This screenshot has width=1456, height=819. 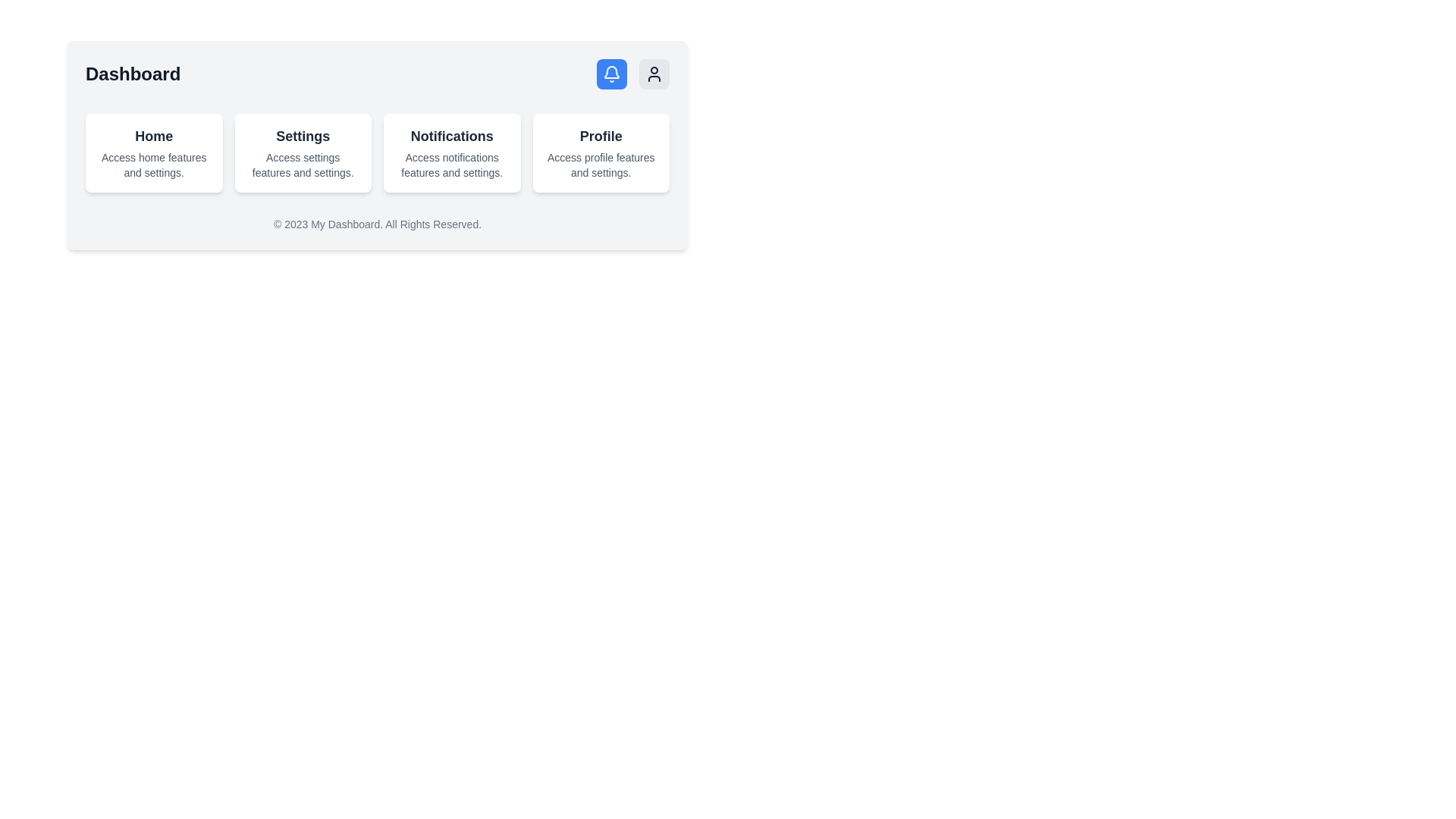 I want to click on the informational card located in the top-right corner of the grid layout, so click(x=600, y=152).